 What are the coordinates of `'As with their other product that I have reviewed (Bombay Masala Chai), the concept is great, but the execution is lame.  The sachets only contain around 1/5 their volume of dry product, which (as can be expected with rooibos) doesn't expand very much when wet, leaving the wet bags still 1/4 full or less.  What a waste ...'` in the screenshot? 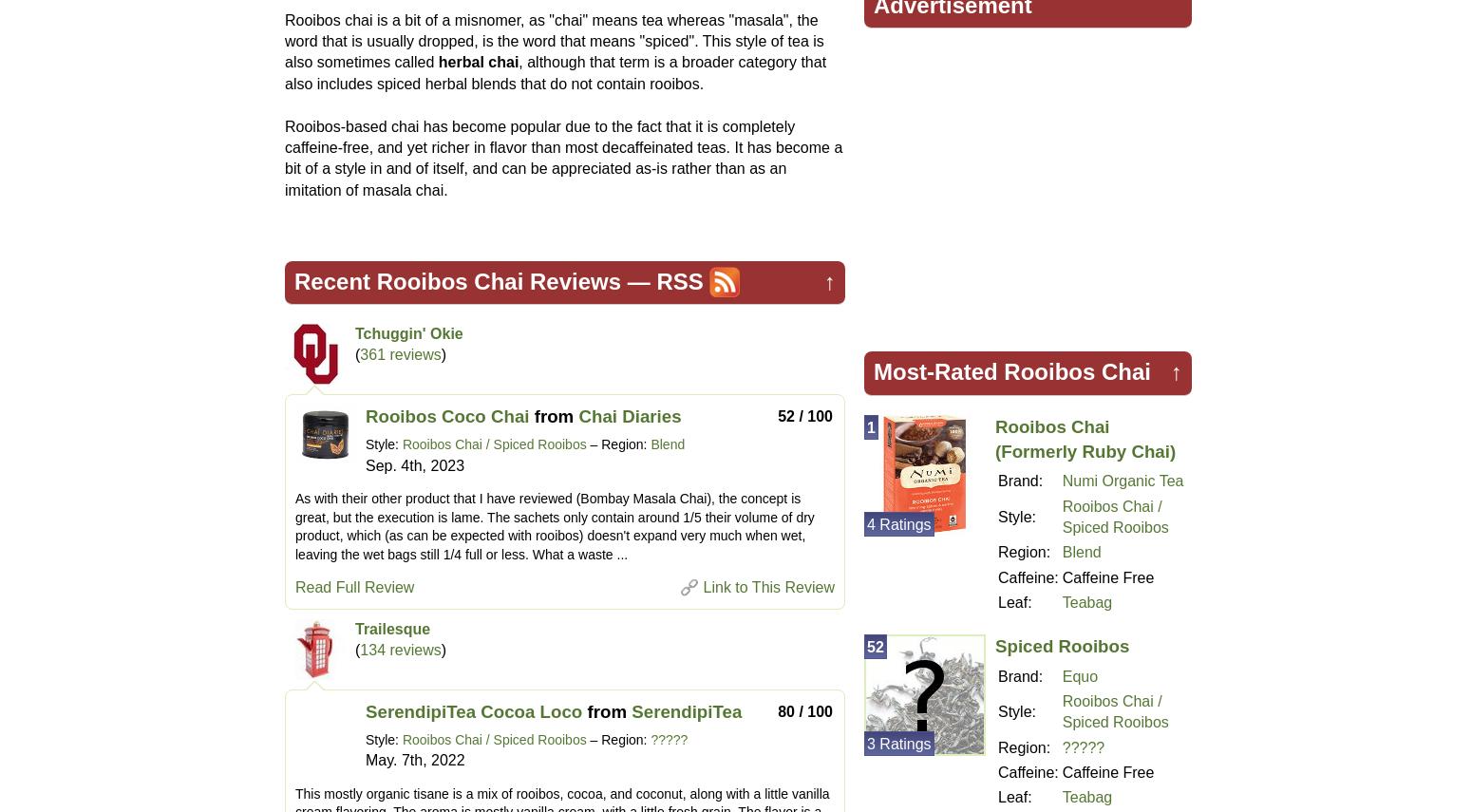 It's located at (555, 525).